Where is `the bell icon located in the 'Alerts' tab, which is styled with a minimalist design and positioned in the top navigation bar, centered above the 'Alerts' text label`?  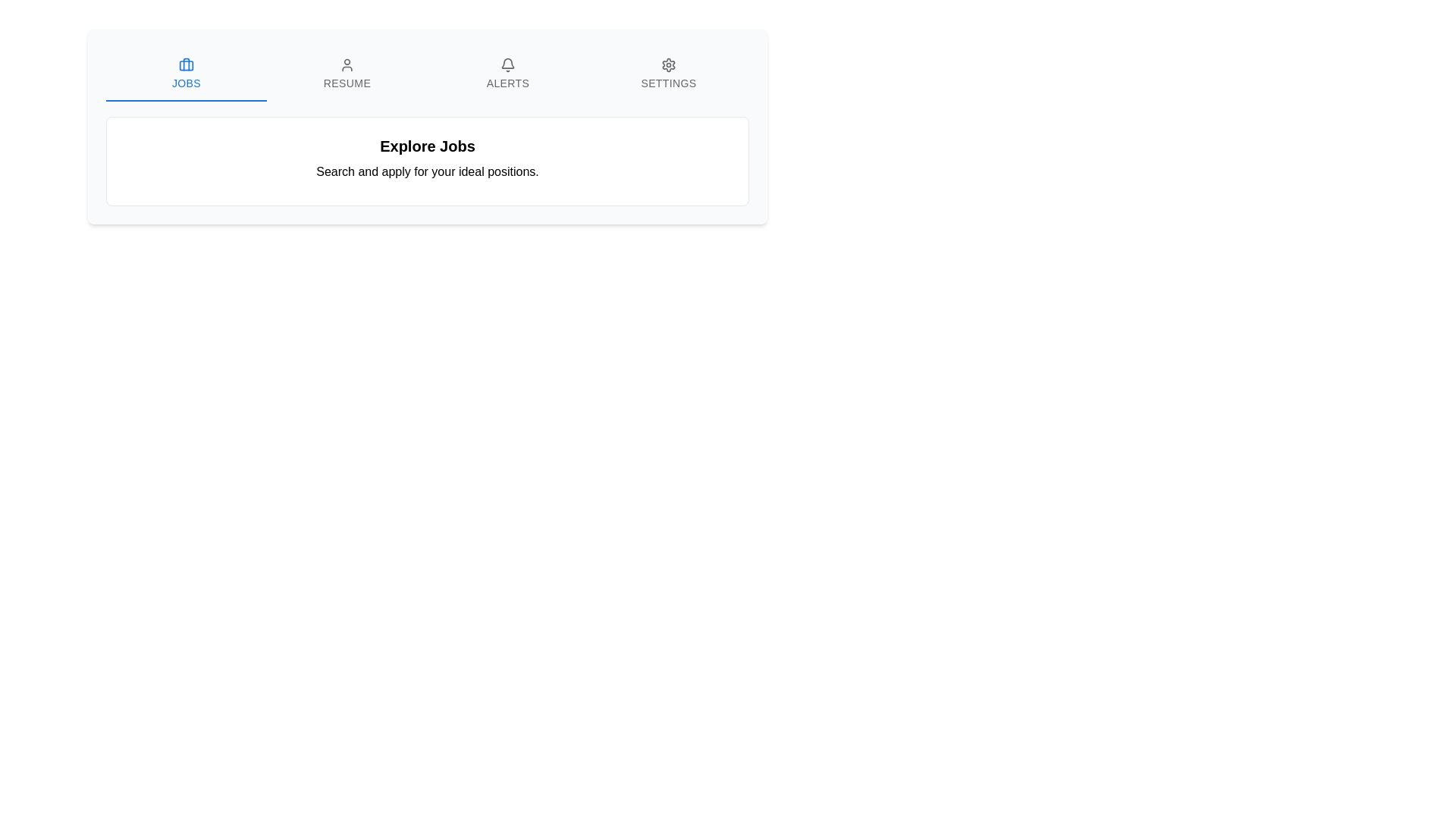 the bell icon located in the 'Alerts' tab, which is styled with a minimalist design and positioned in the top navigation bar, centered above the 'Alerts' text label is located at coordinates (508, 64).